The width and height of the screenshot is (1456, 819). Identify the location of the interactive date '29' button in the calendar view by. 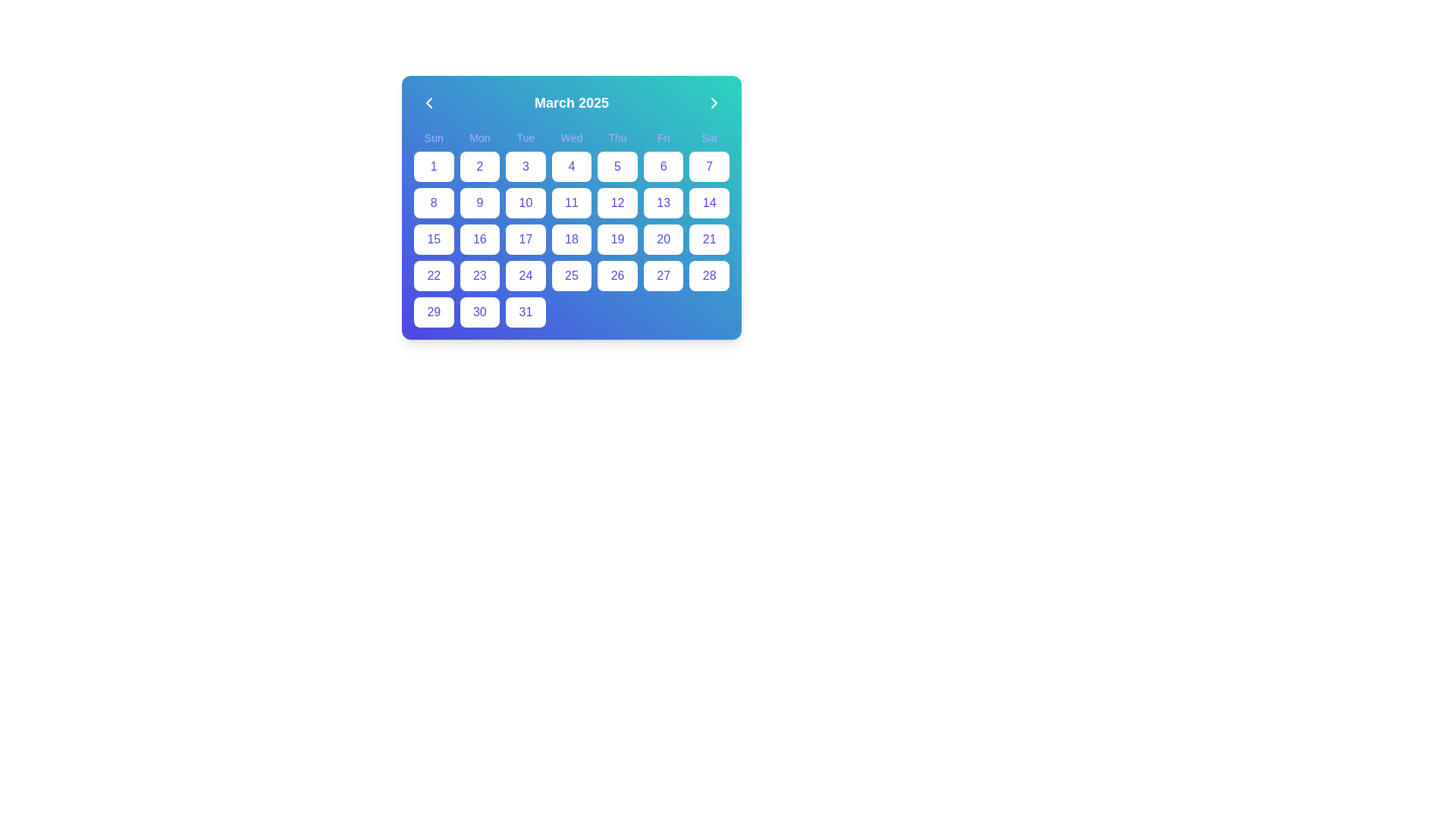
(433, 312).